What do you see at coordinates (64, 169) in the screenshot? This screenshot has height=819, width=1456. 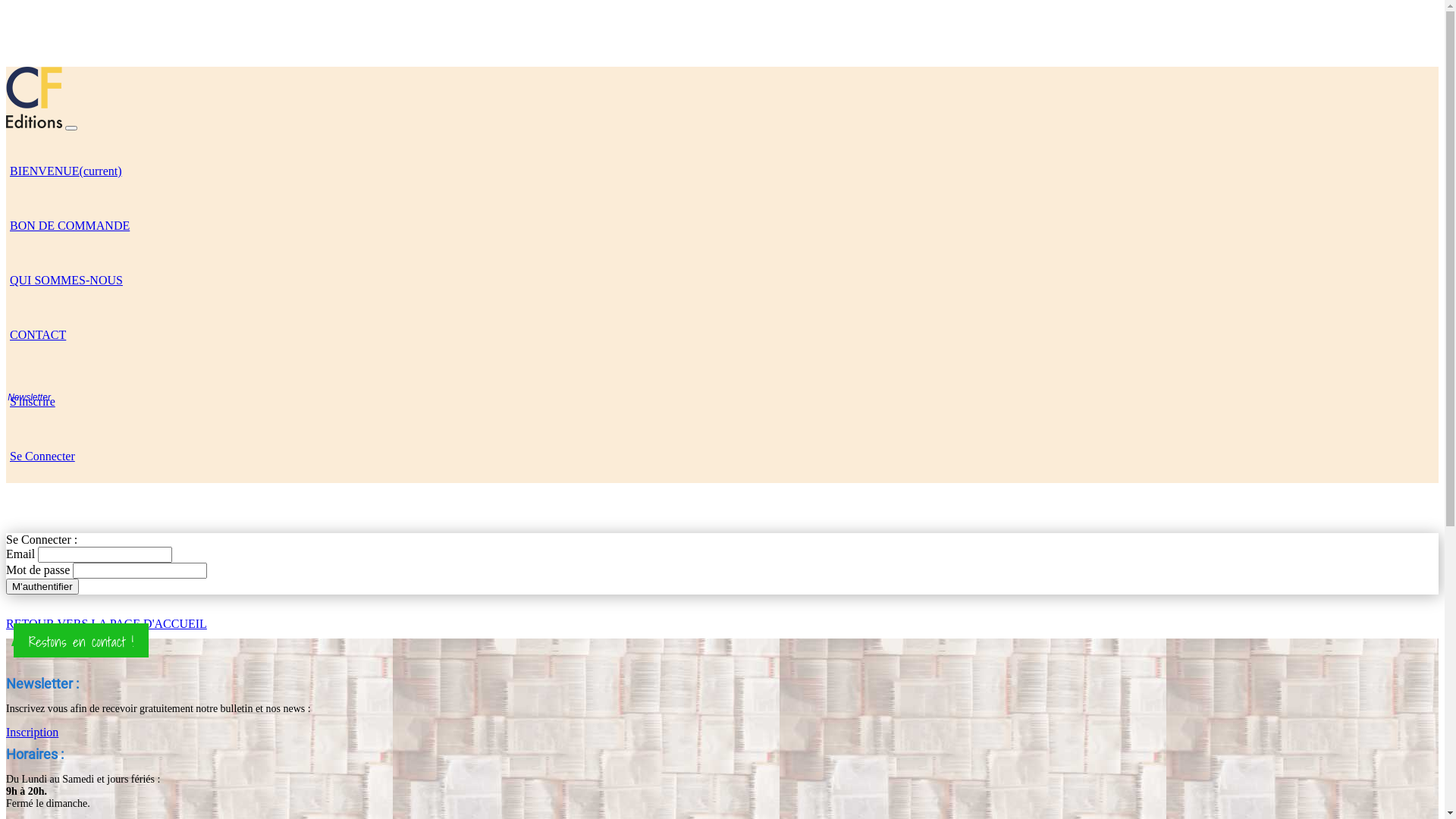 I see `'BIENVENUE(current)'` at bounding box center [64, 169].